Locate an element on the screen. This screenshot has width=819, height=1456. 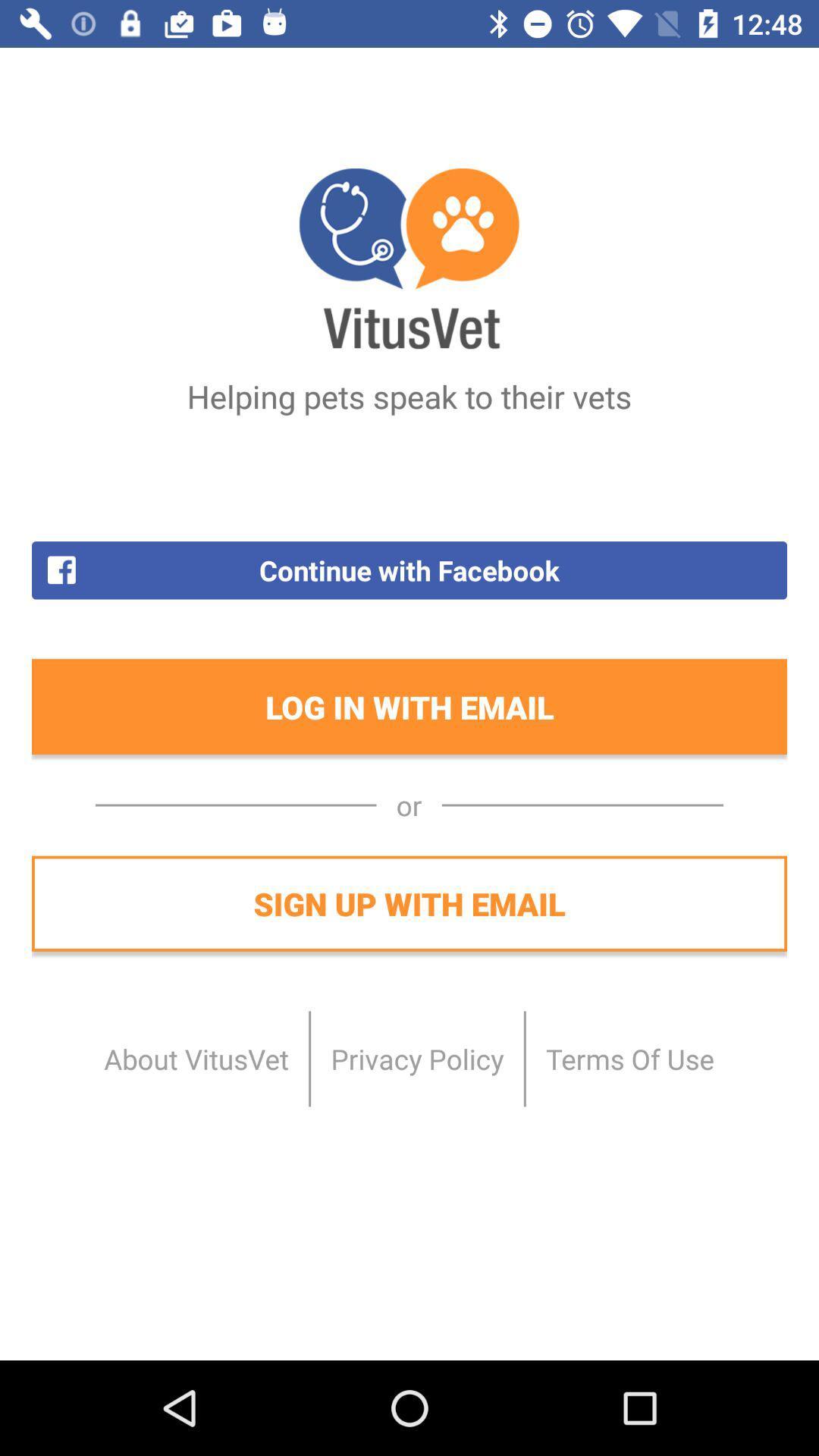
the item at the bottom right corner is located at coordinates (629, 1058).